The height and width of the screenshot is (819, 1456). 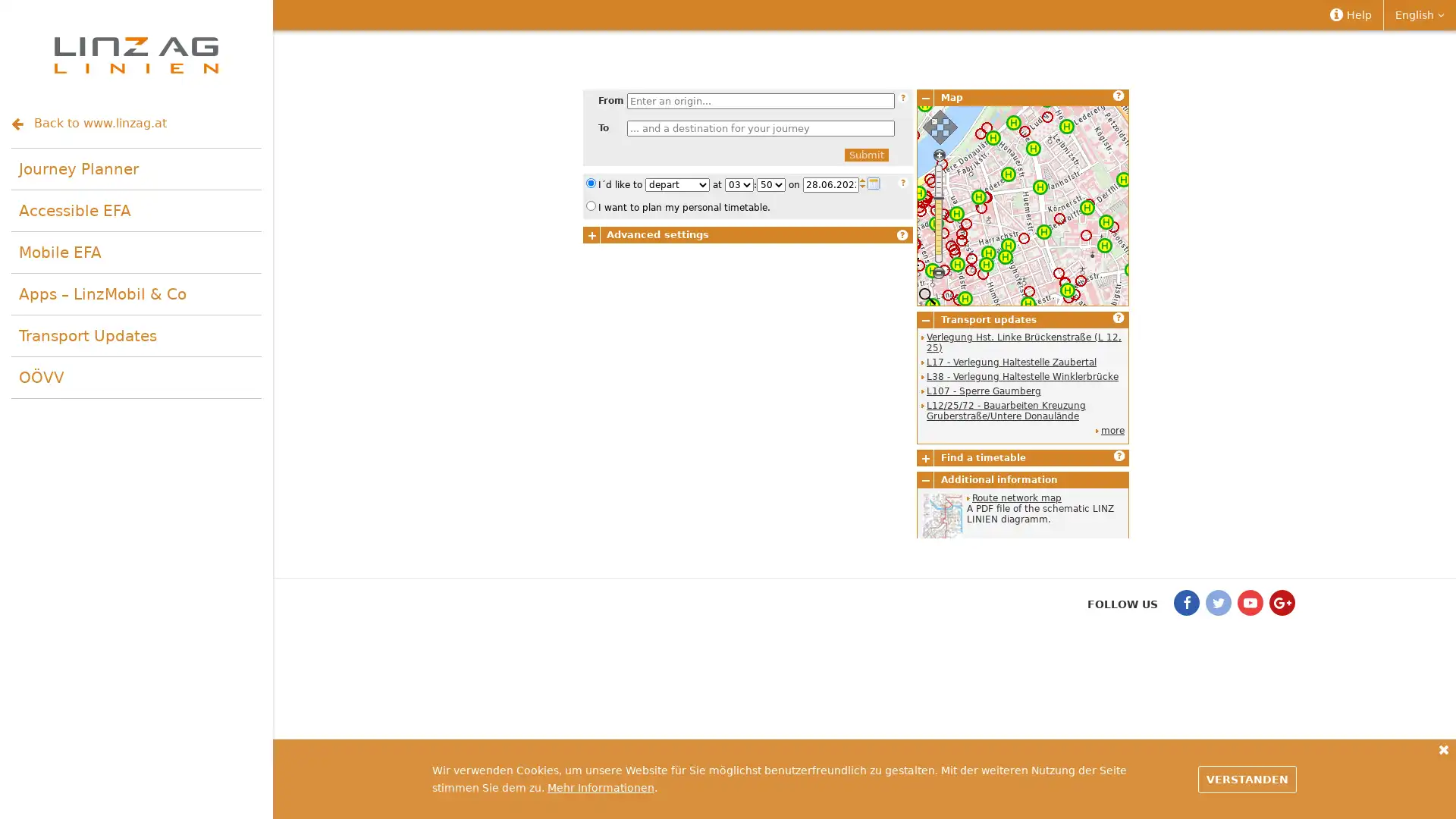 What do you see at coordinates (1247, 778) in the screenshot?
I see `VERSTANDEN` at bounding box center [1247, 778].